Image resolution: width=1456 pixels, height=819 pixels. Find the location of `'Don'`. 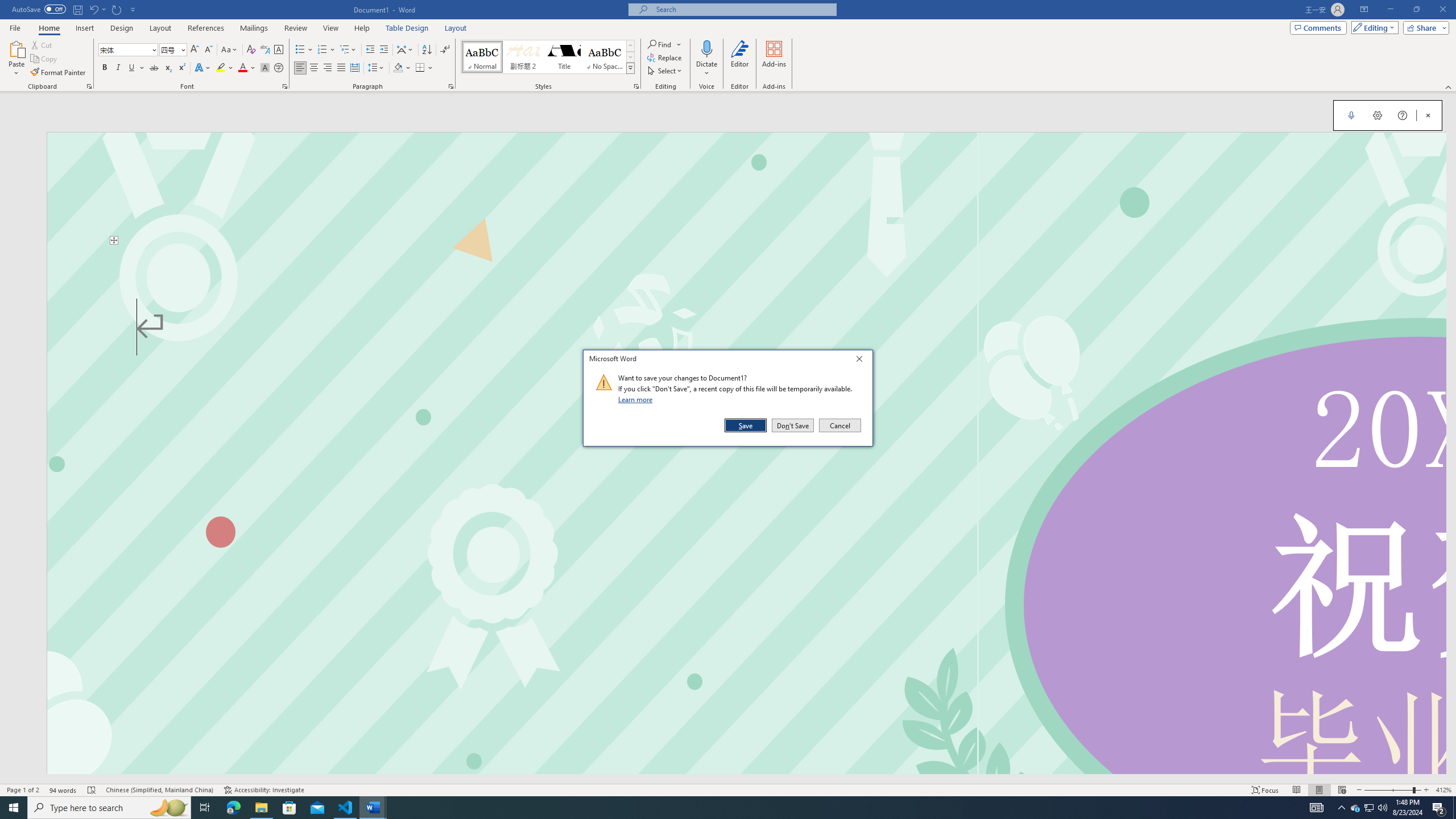

'Don' is located at coordinates (792, 425).